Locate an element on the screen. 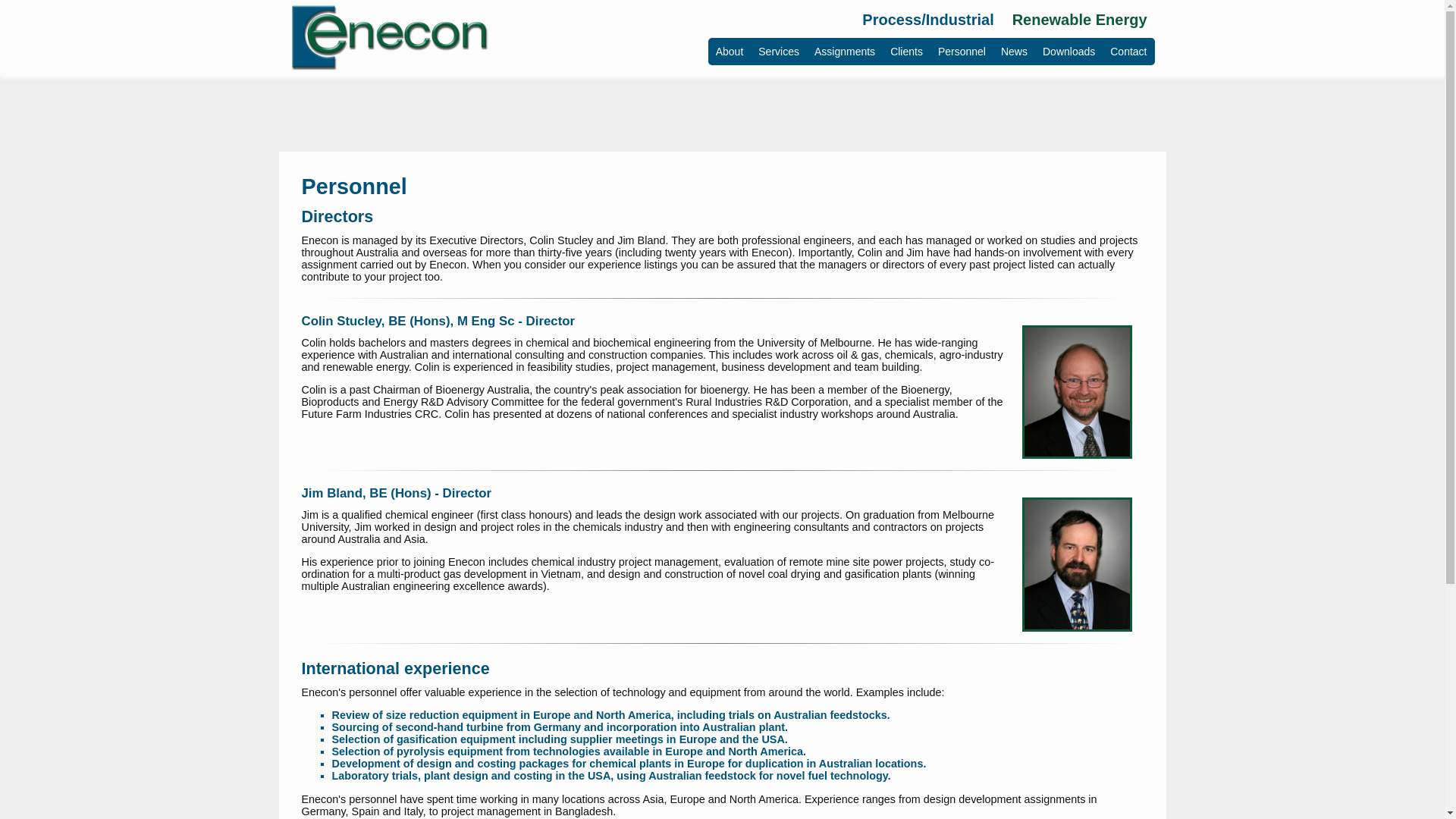 The image size is (1456, 819). 'Renewable Energy' is located at coordinates (1079, 20).